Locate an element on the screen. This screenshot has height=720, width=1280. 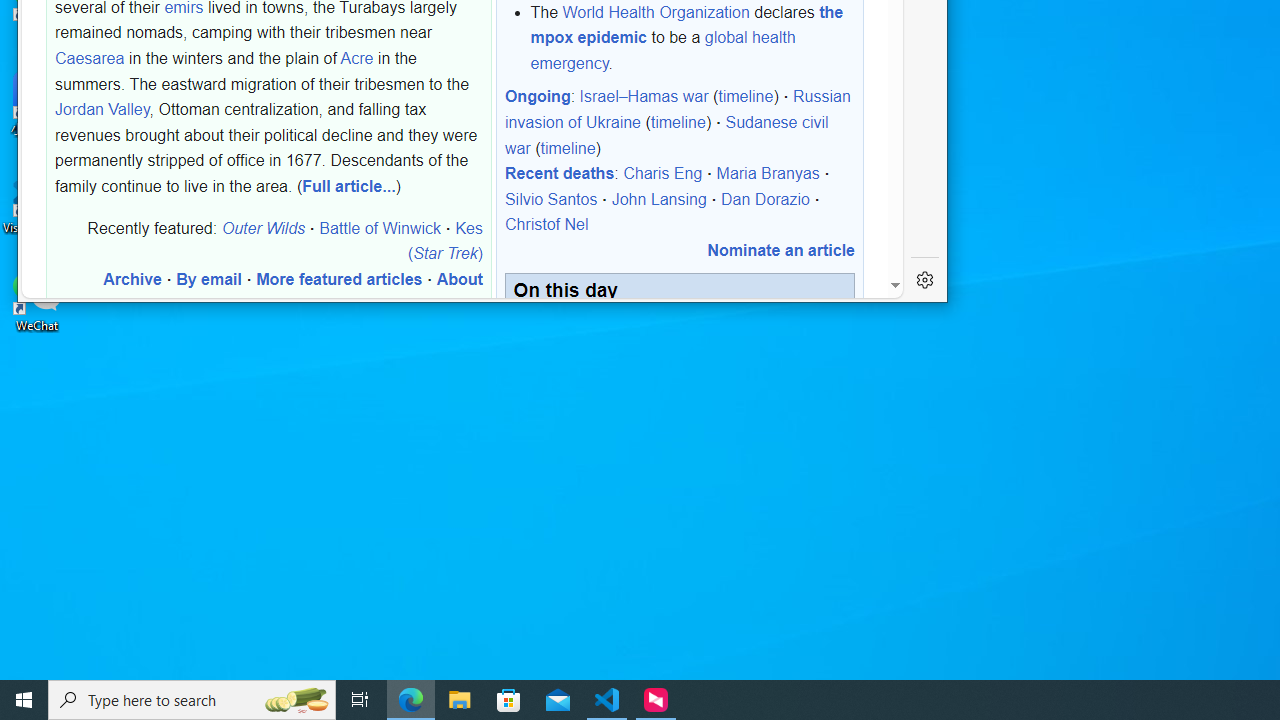
'Start' is located at coordinates (24, 698).